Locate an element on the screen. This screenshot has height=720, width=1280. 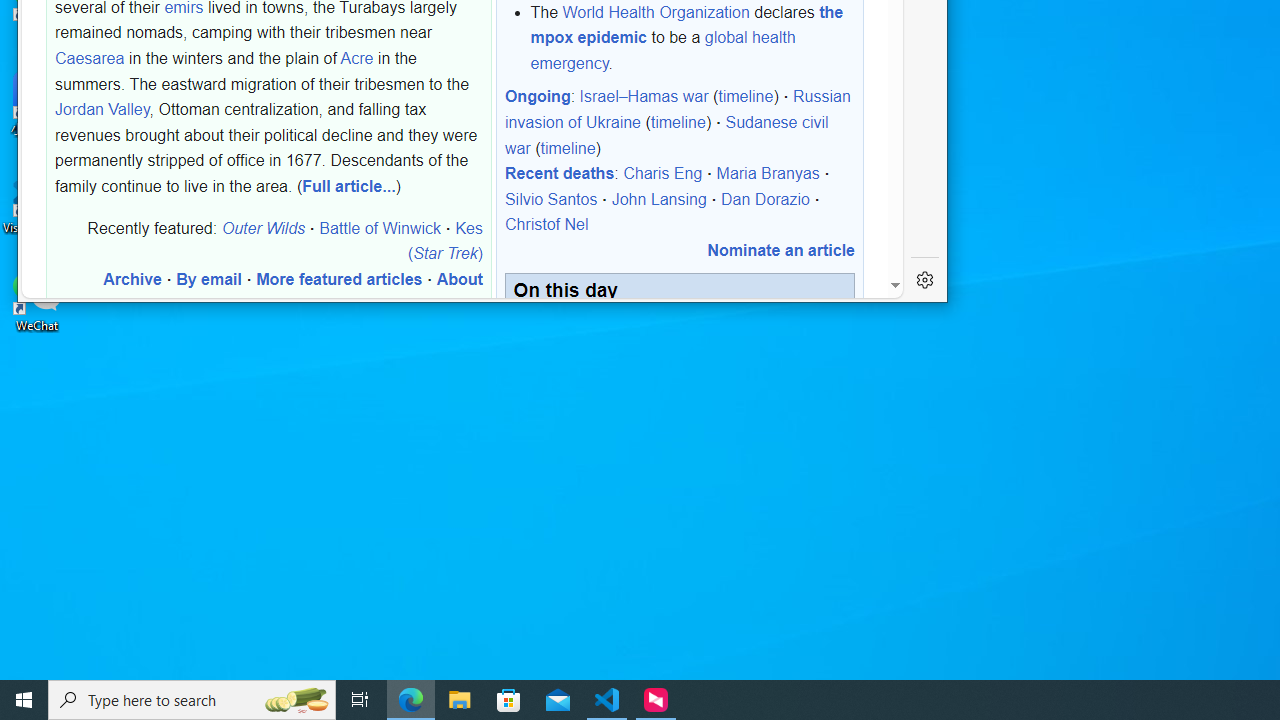
'Start' is located at coordinates (24, 698).